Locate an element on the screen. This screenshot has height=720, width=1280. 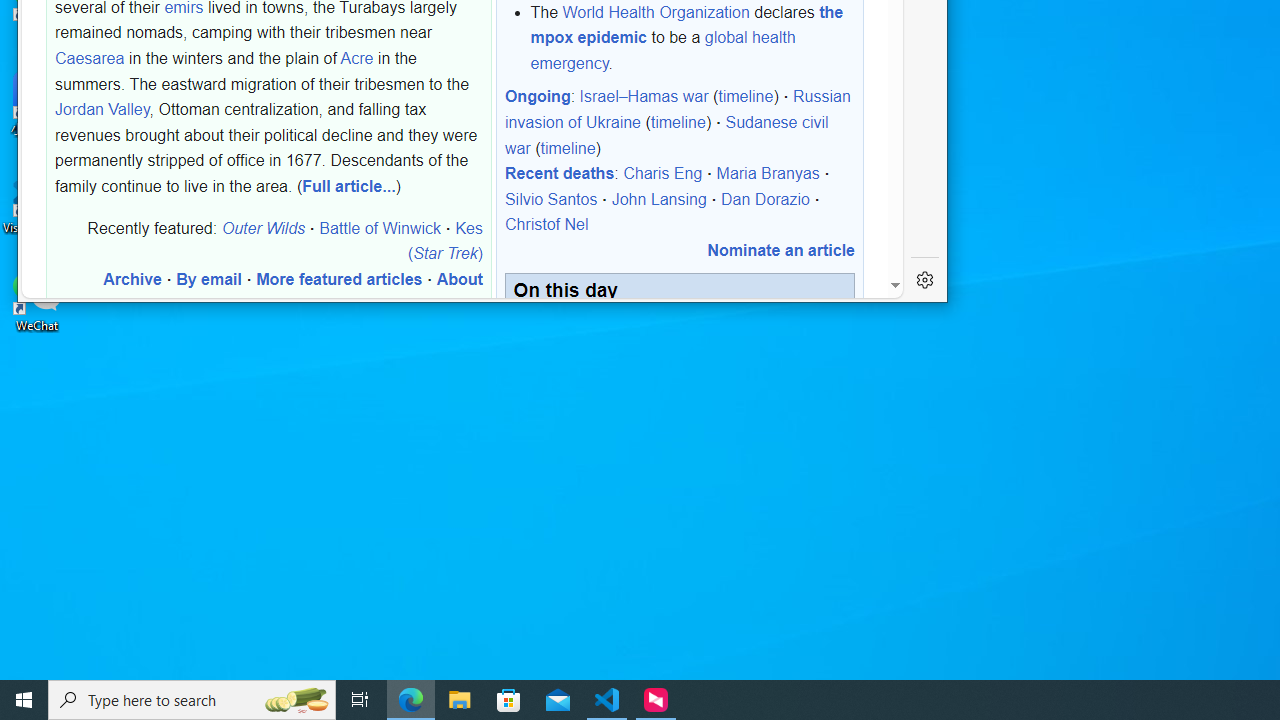
'Start' is located at coordinates (24, 698).